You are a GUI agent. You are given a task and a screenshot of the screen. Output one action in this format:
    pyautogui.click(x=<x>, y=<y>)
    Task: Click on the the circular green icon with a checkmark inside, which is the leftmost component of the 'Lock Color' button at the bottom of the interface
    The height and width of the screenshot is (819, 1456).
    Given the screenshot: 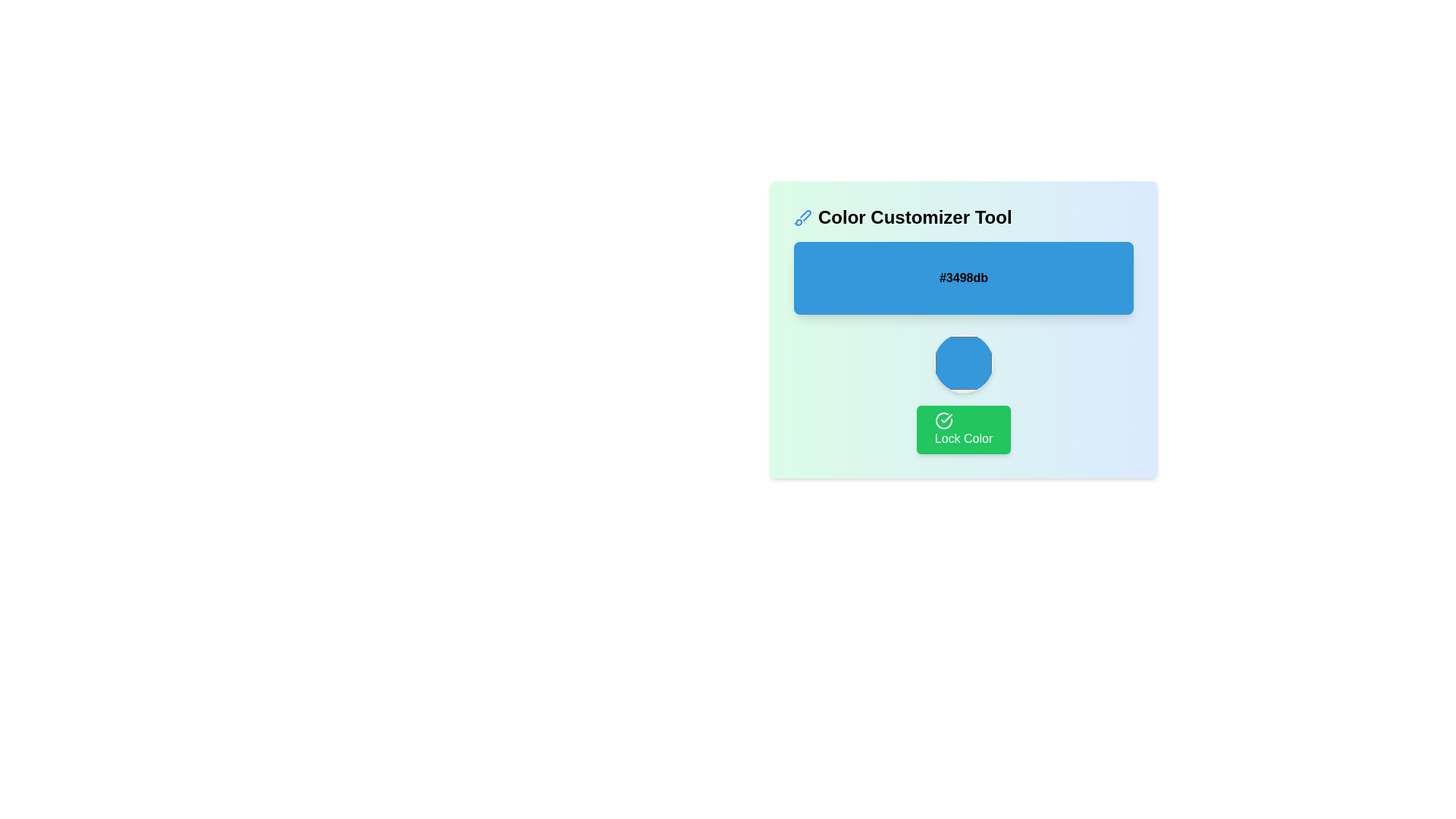 What is the action you would take?
    pyautogui.click(x=943, y=421)
    